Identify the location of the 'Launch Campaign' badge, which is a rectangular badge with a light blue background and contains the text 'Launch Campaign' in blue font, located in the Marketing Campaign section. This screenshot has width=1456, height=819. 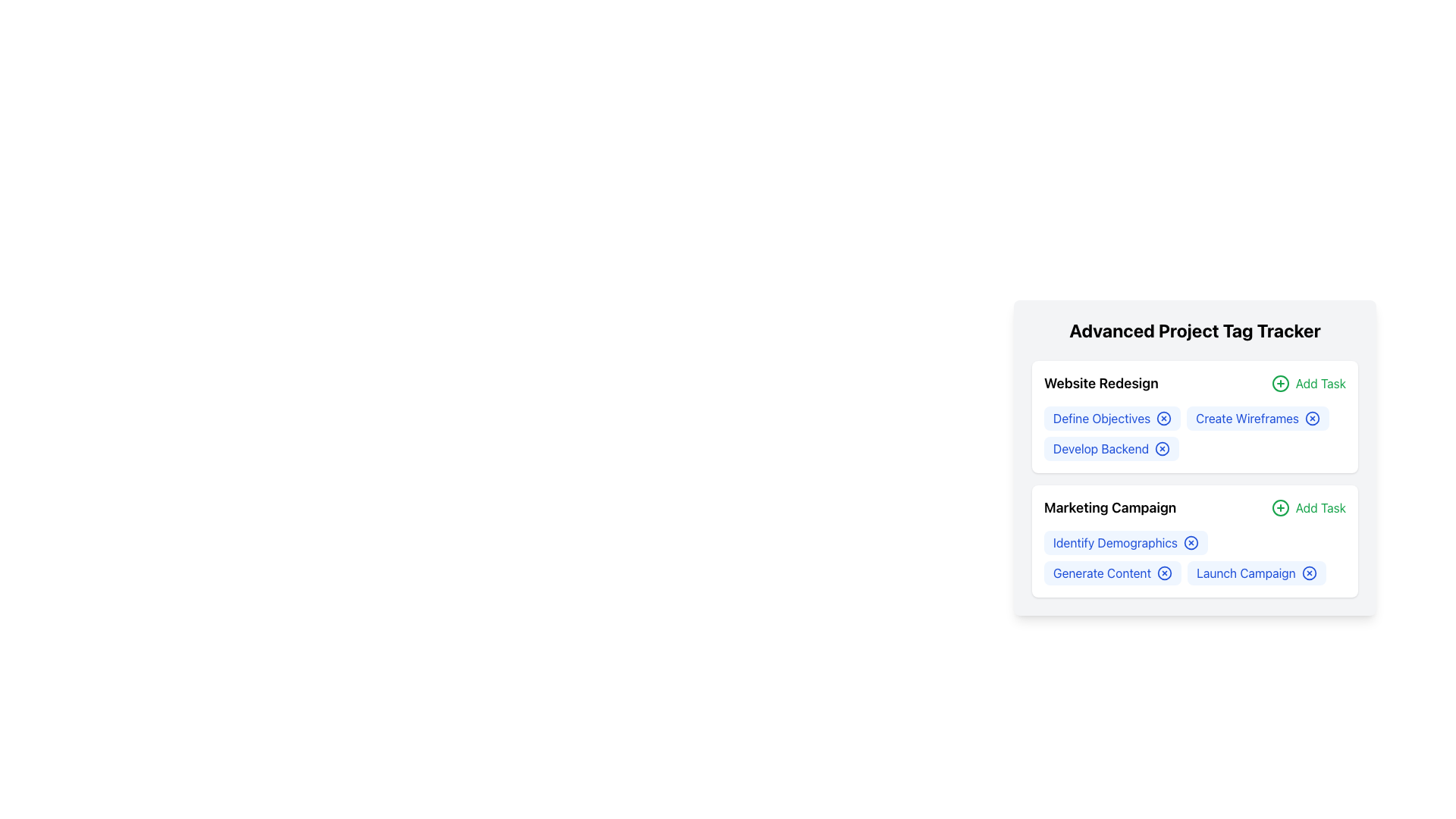
(1257, 573).